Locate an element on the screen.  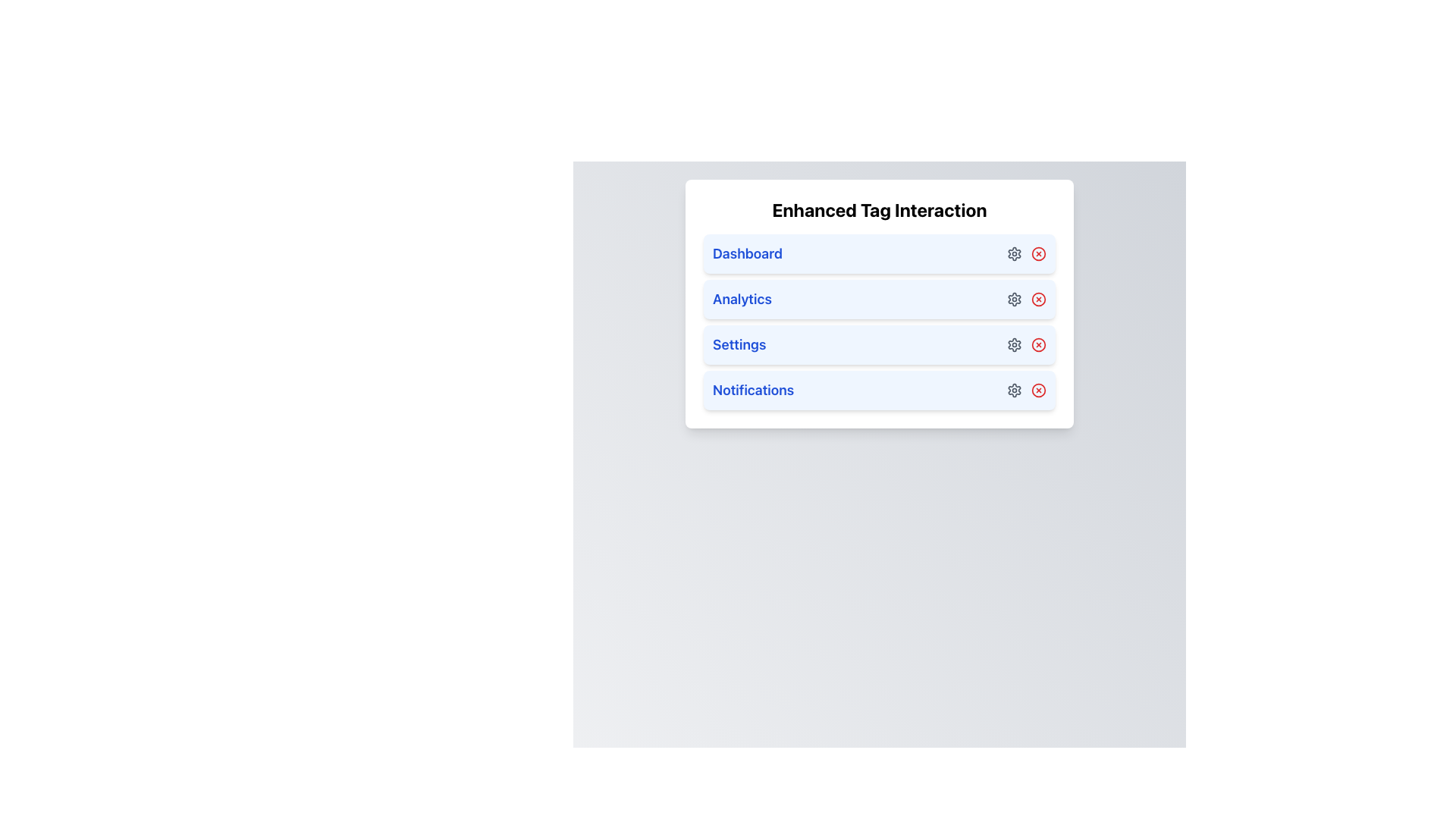
the interactive visual indicator icon for closing or removing the 'Analytics' category is located at coordinates (1037, 299).